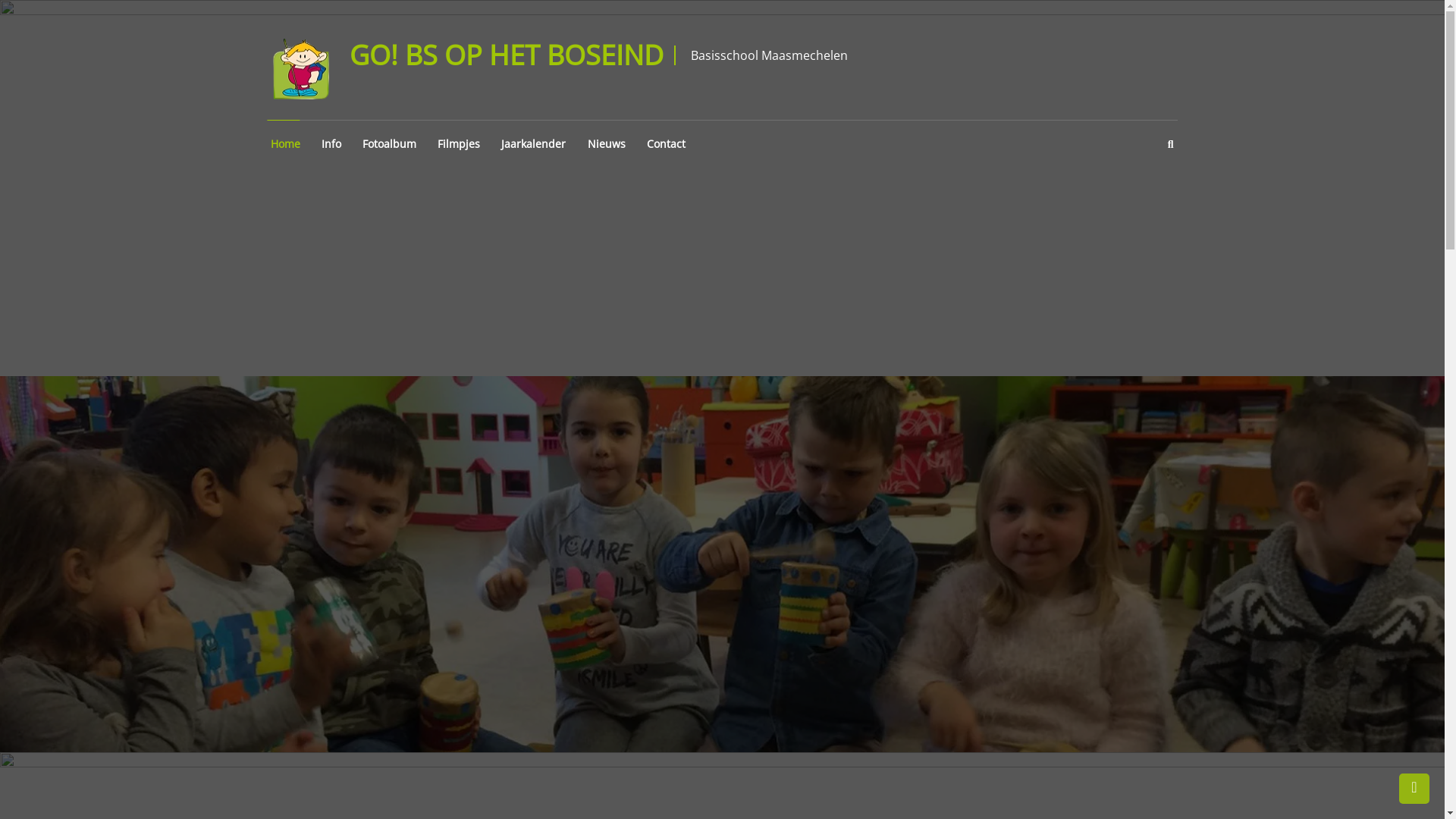  What do you see at coordinates (582, 143) in the screenshot?
I see `'Nieuws'` at bounding box center [582, 143].